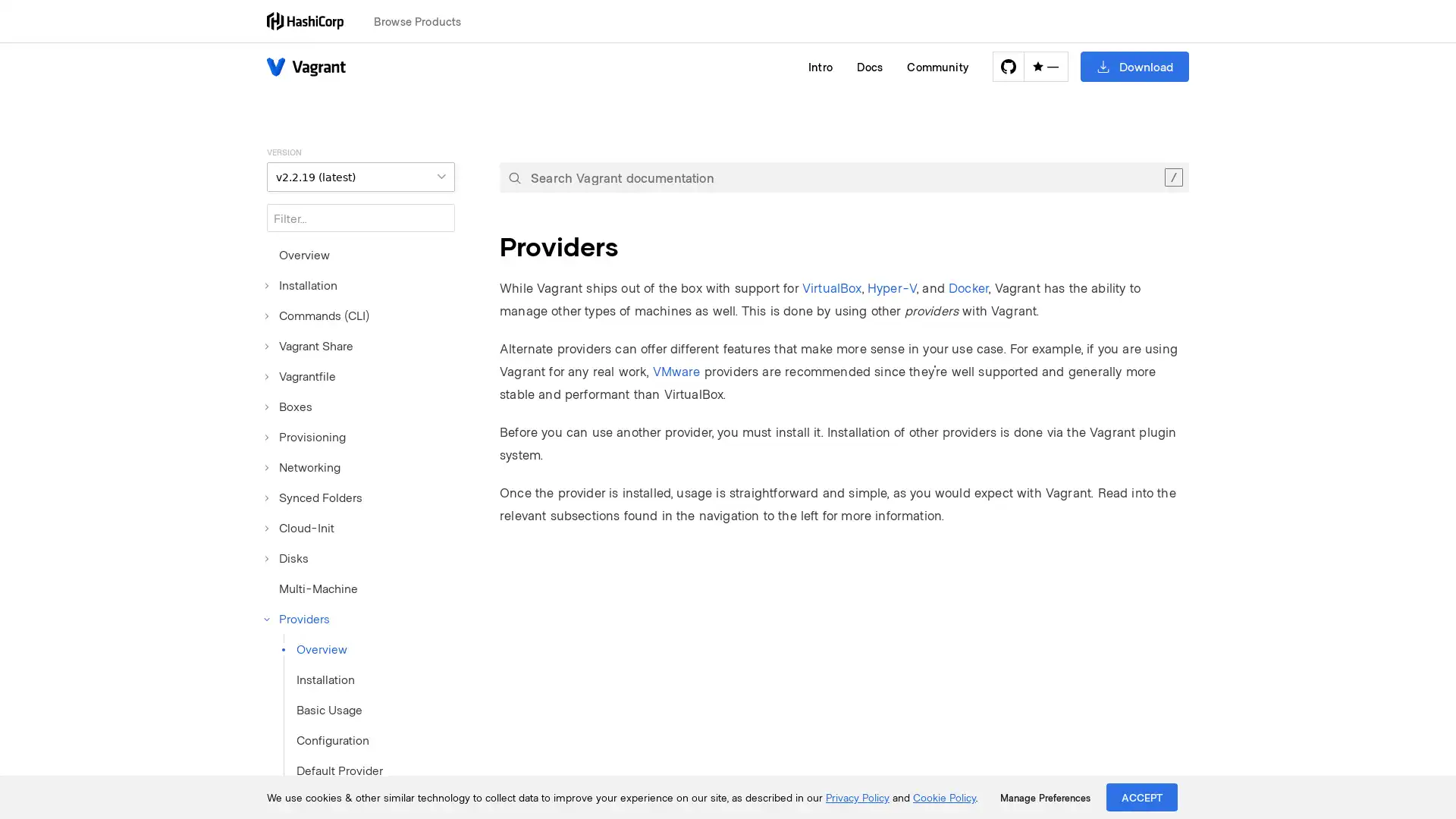 This screenshot has width=1456, height=819. What do you see at coordinates (300, 526) in the screenshot?
I see `Cloud-Init` at bounding box center [300, 526].